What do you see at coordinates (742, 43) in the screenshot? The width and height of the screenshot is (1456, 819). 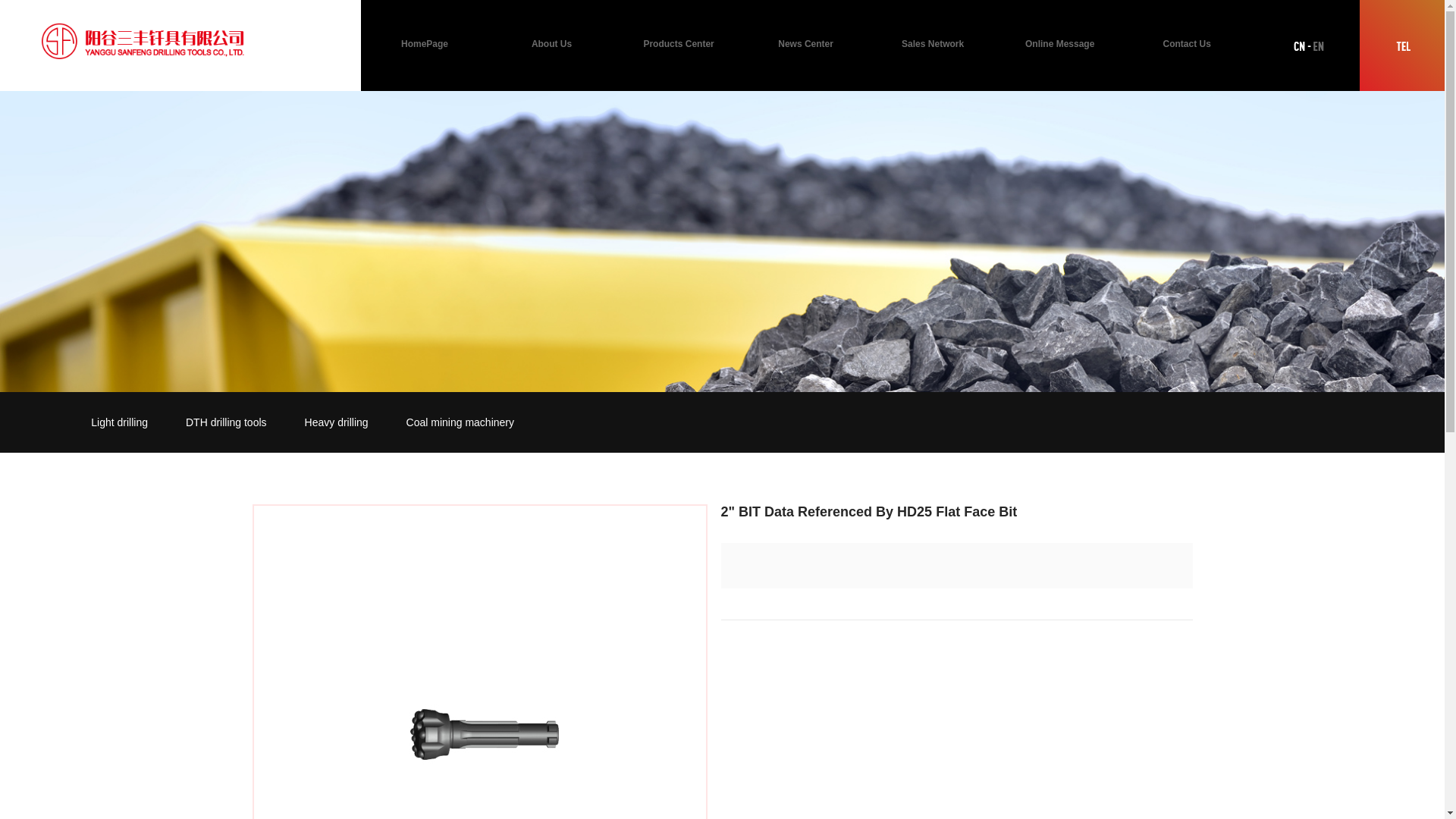 I see `'News Center'` at bounding box center [742, 43].